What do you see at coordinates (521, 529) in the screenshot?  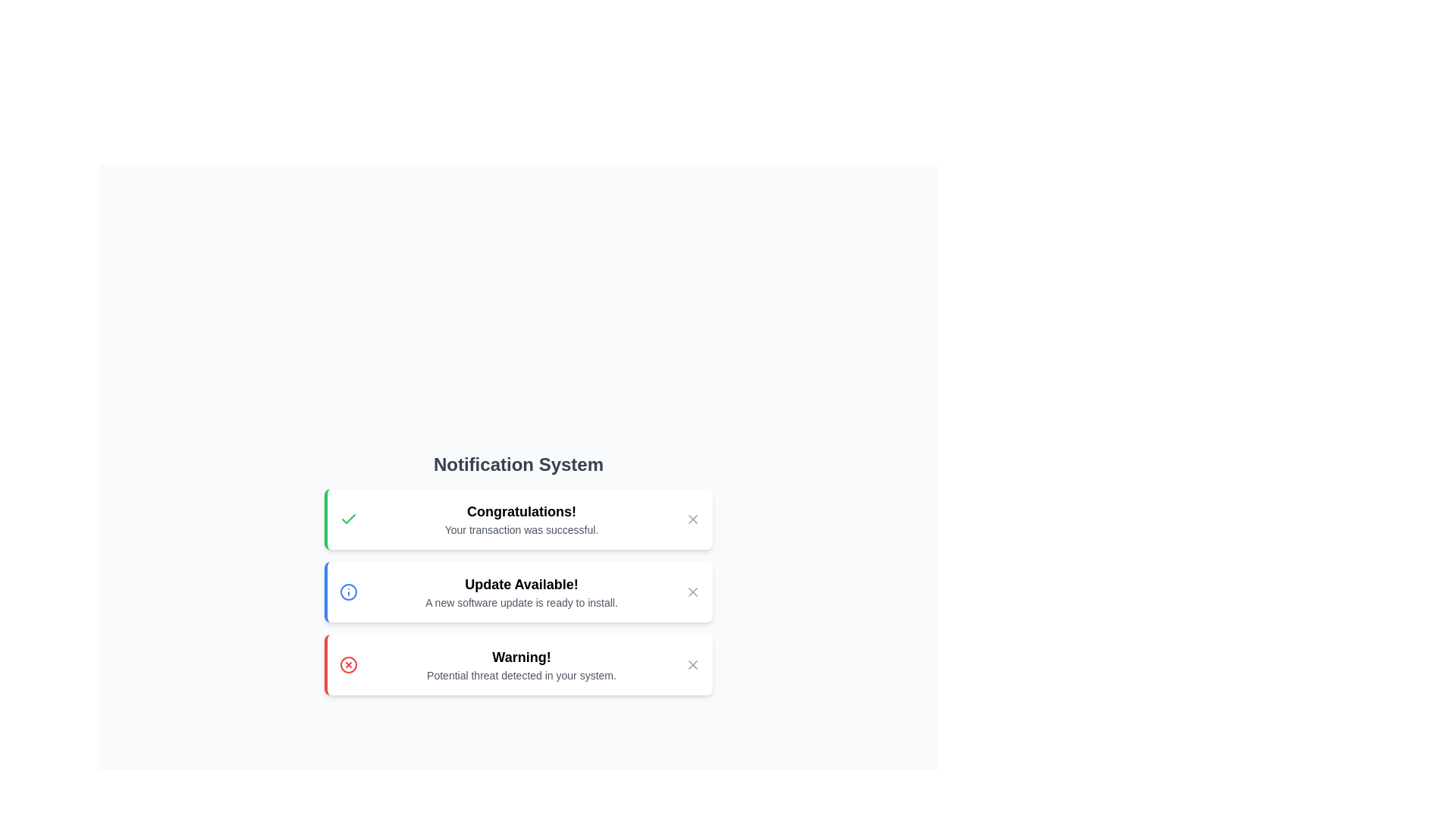 I see `the success notification text label that provides details about the transaction, located beneath the 'Congratulations!' title in the notification area` at bounding box center [521, 529].